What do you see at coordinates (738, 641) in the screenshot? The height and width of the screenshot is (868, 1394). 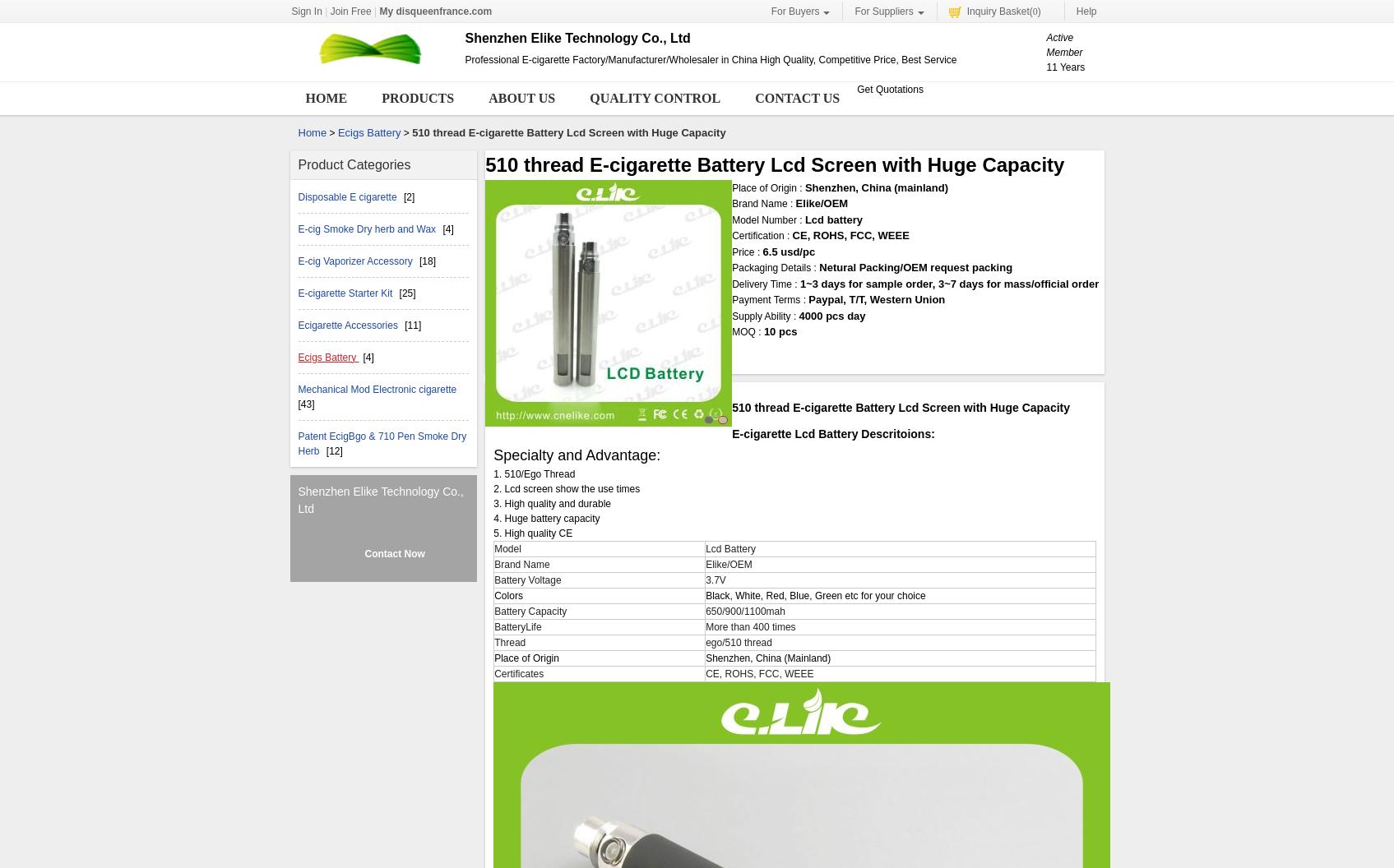 I see `'ego/510 thread'` at bounding box center [738, 641].